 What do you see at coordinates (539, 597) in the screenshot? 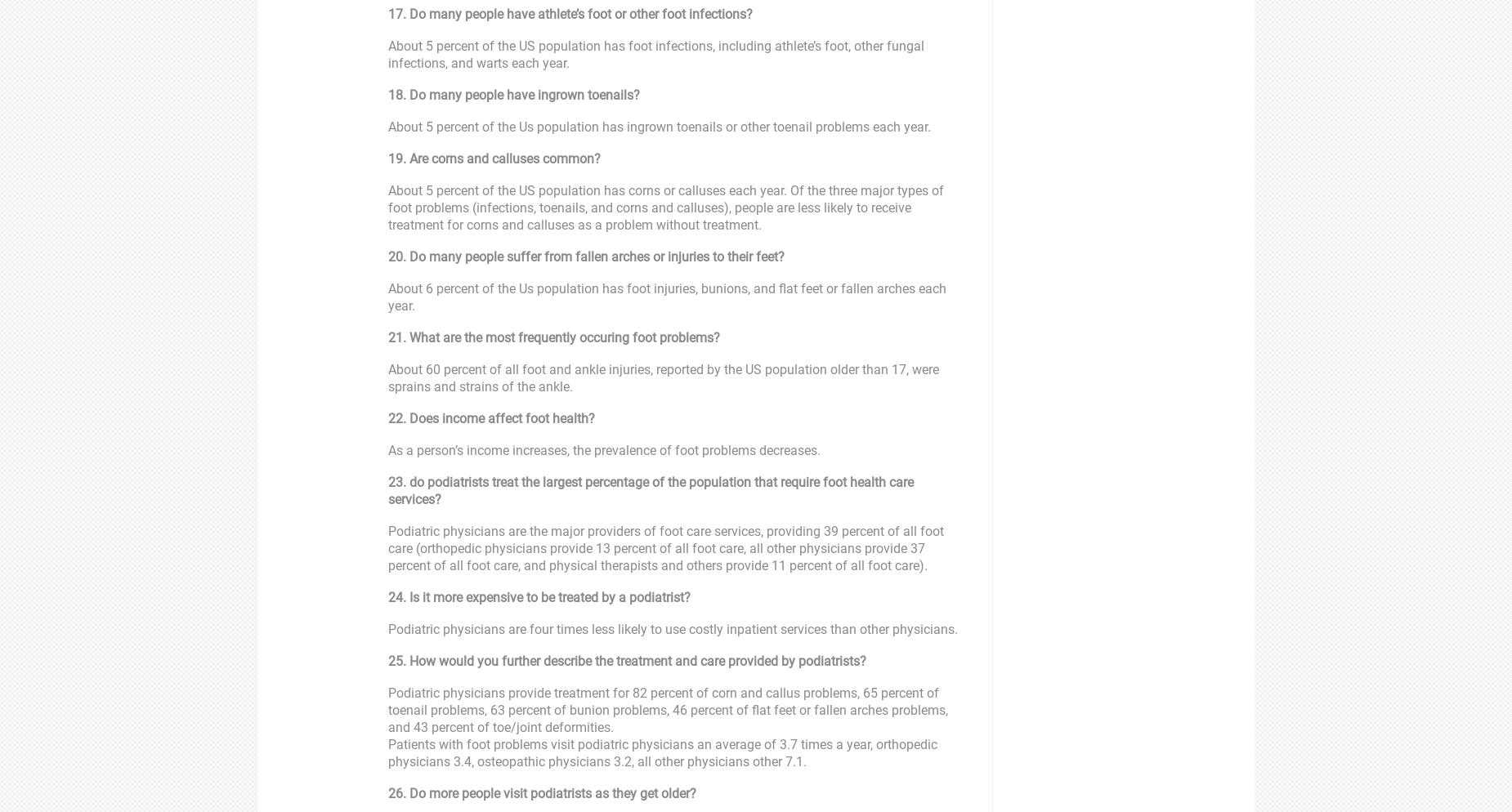
I see `'24. Is it more expensive to be treated by a podiatrist?'` at bounding box center [539, 597].